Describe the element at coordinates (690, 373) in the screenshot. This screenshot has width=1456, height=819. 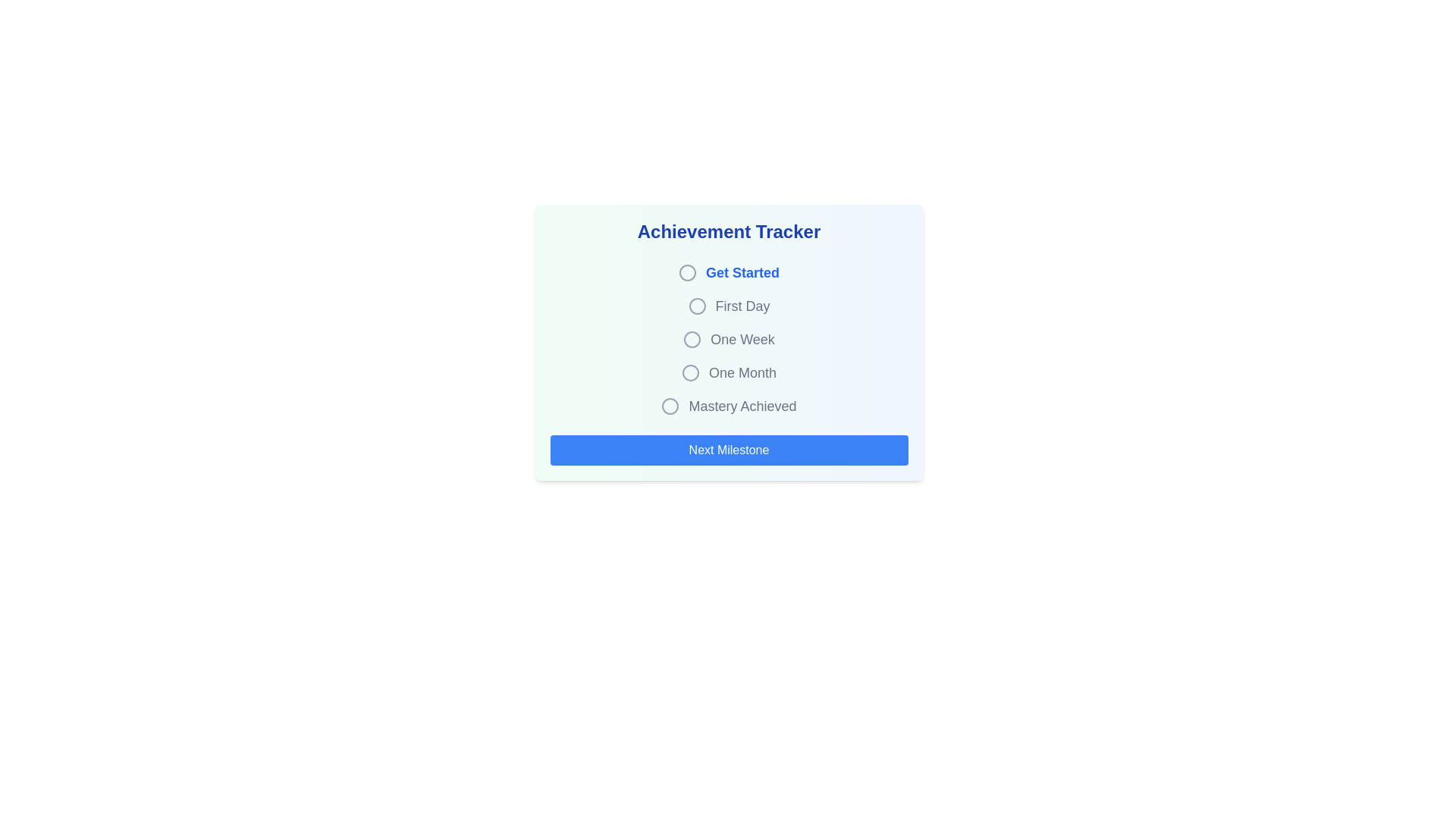
I see `the radio button labeled 'One Month' in the Achievement Tracker section` at that location.